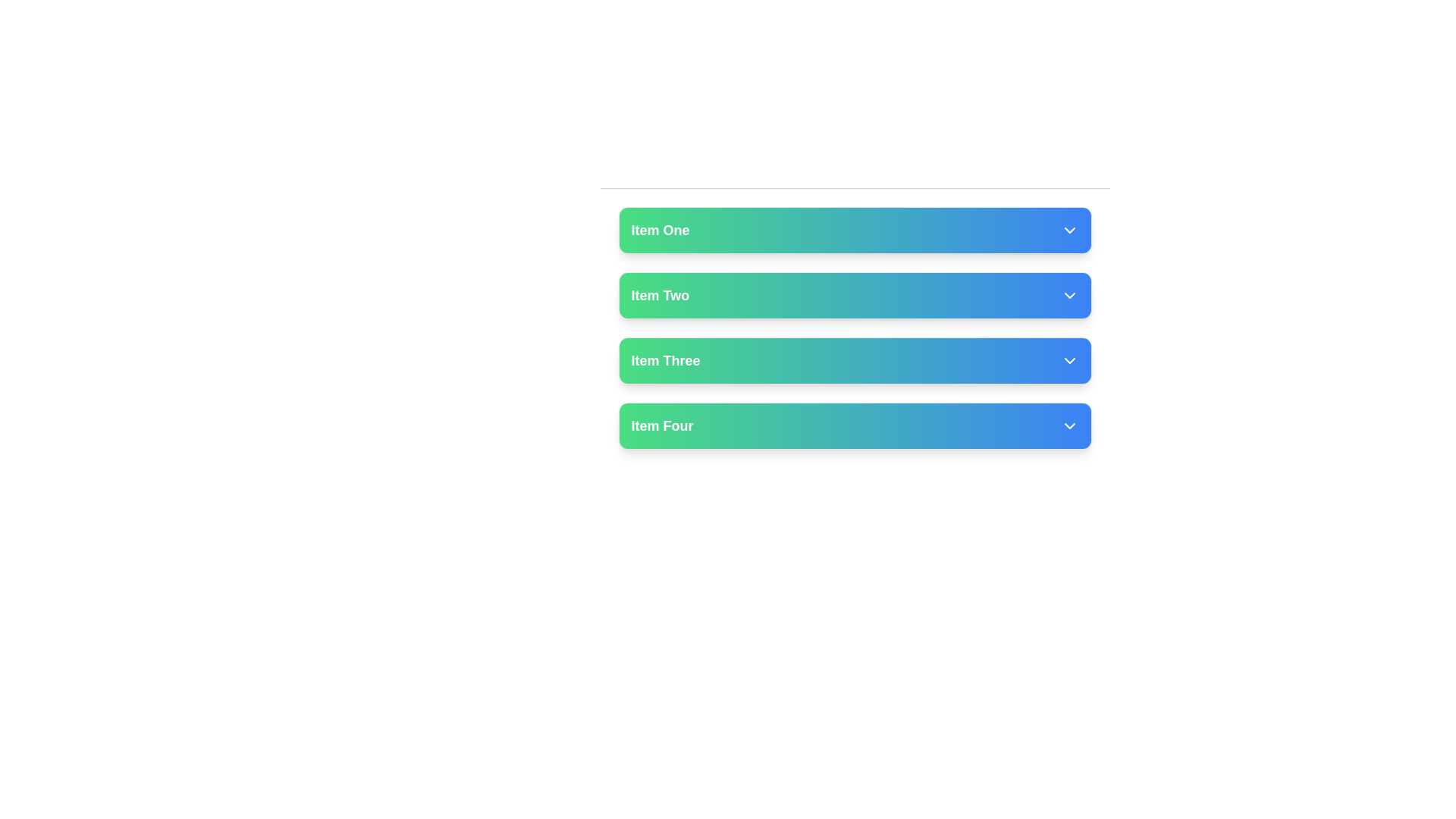  What do you see at coordinates (855, 360) in the screenshot?
I see `the selectable list item named 'Item Three'` at bounding box center [855, 360].